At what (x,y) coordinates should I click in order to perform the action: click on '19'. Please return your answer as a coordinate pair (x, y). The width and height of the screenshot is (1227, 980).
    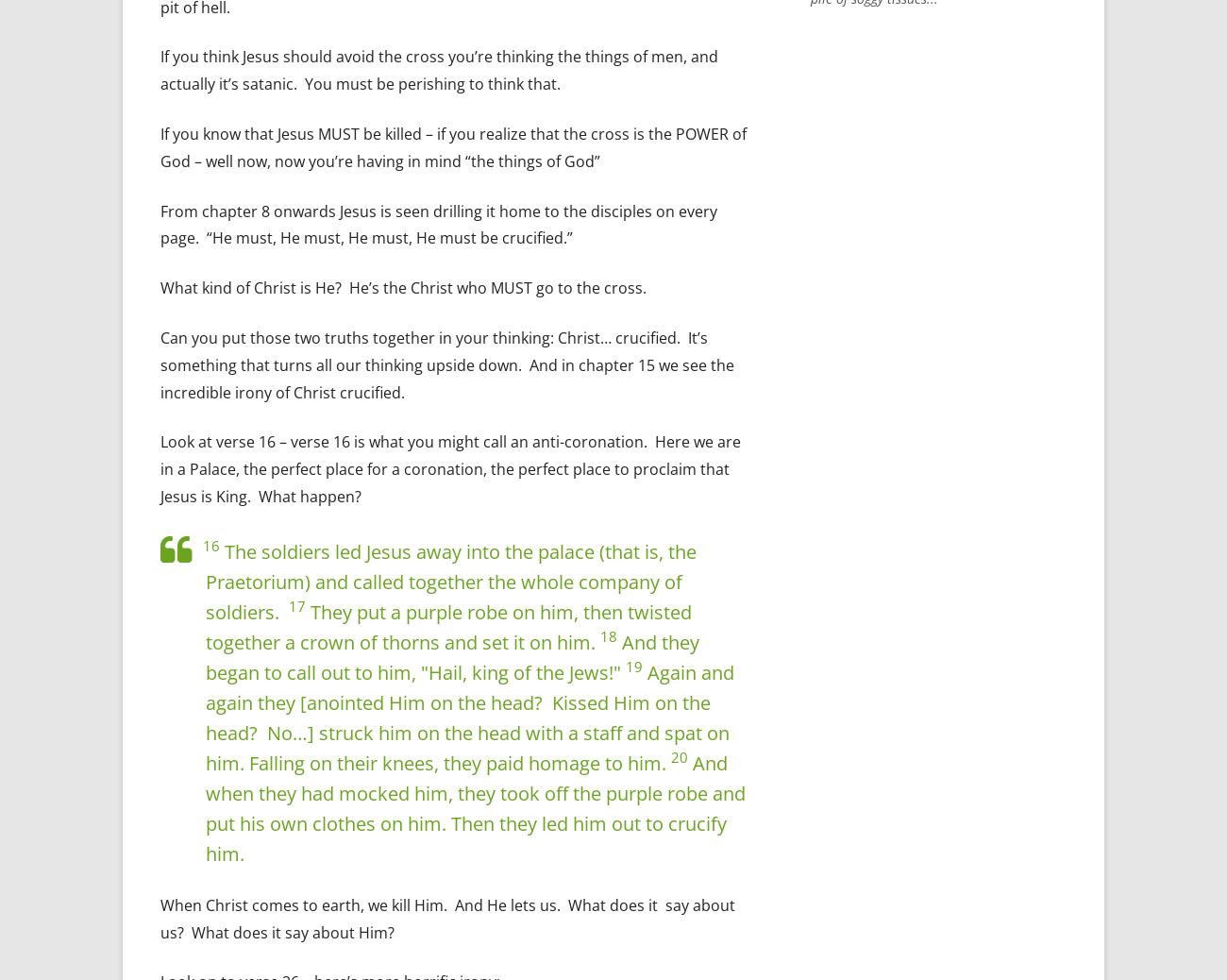
    Looking at the image, I should click on (632, 666).